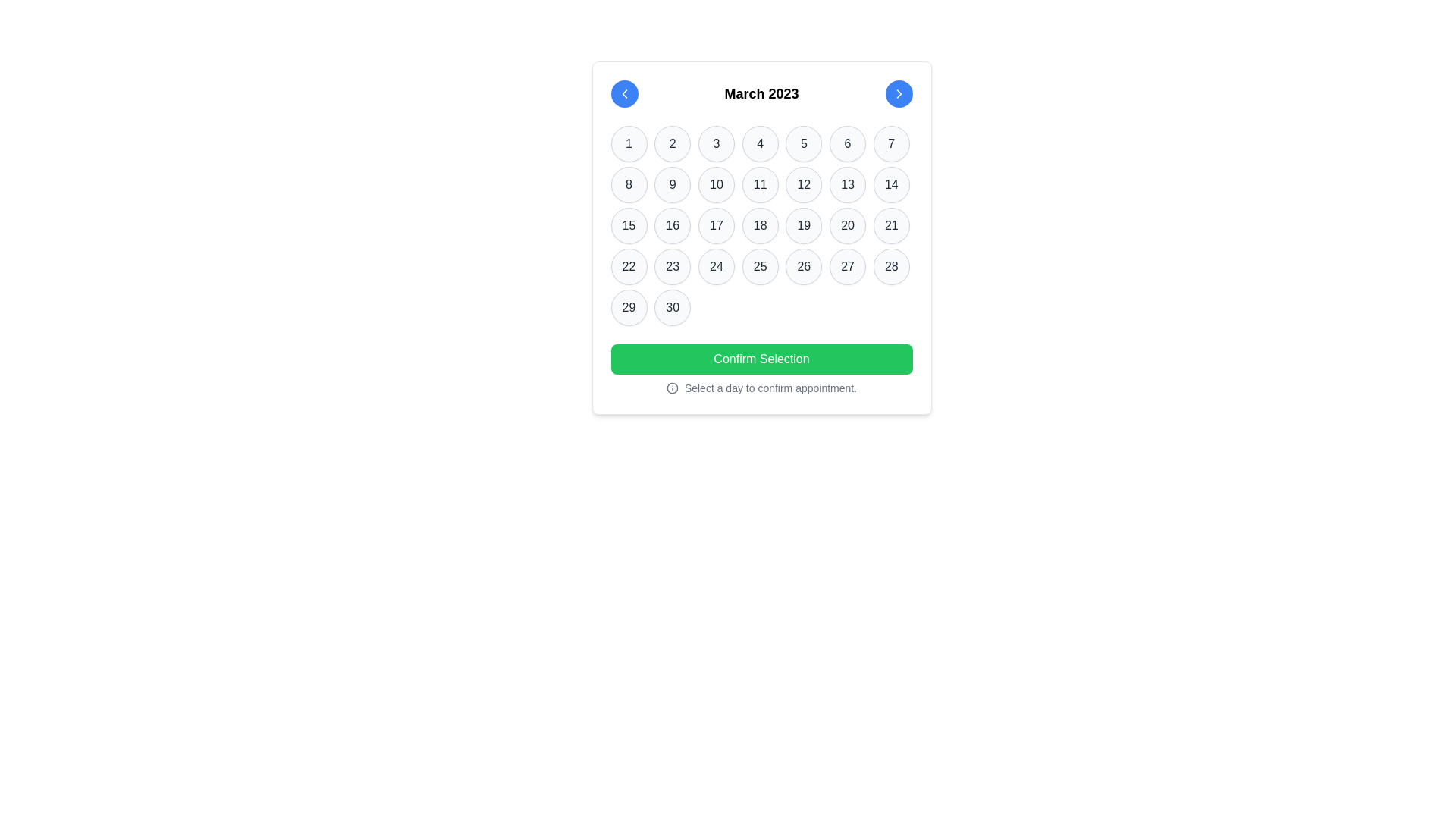  I want to click on the button used for selecting the date '5' on the calendar-like interface located at the top row, fifth column, so click(803, 143).